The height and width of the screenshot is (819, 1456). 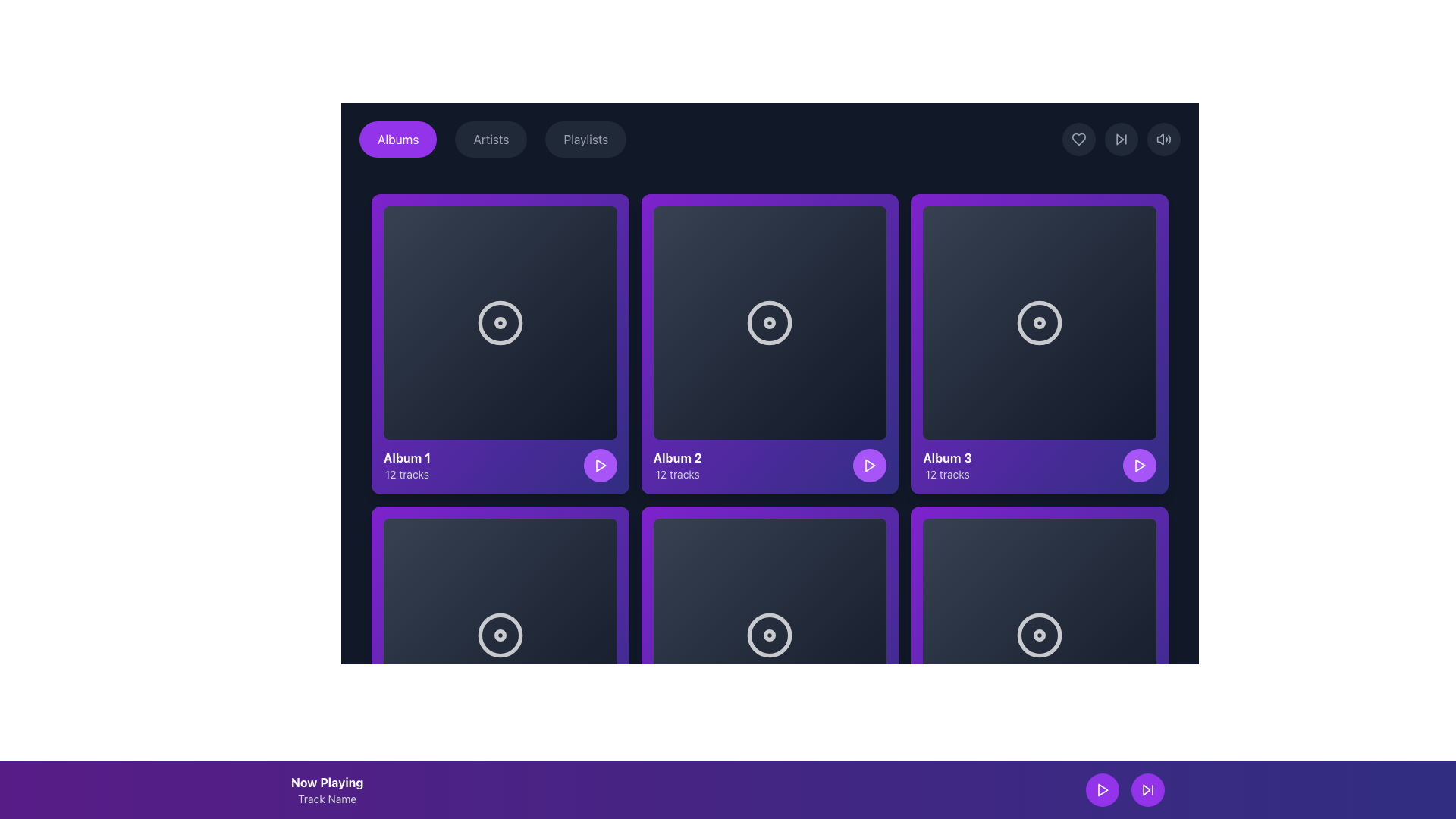 What do you see at coordinates (1039, 635) in the screenshot?
I see `the decorative graphic indicator in the bottom-right corner of the fifth album card, which enhances the album display grid` at bounding box center [1039, 635].